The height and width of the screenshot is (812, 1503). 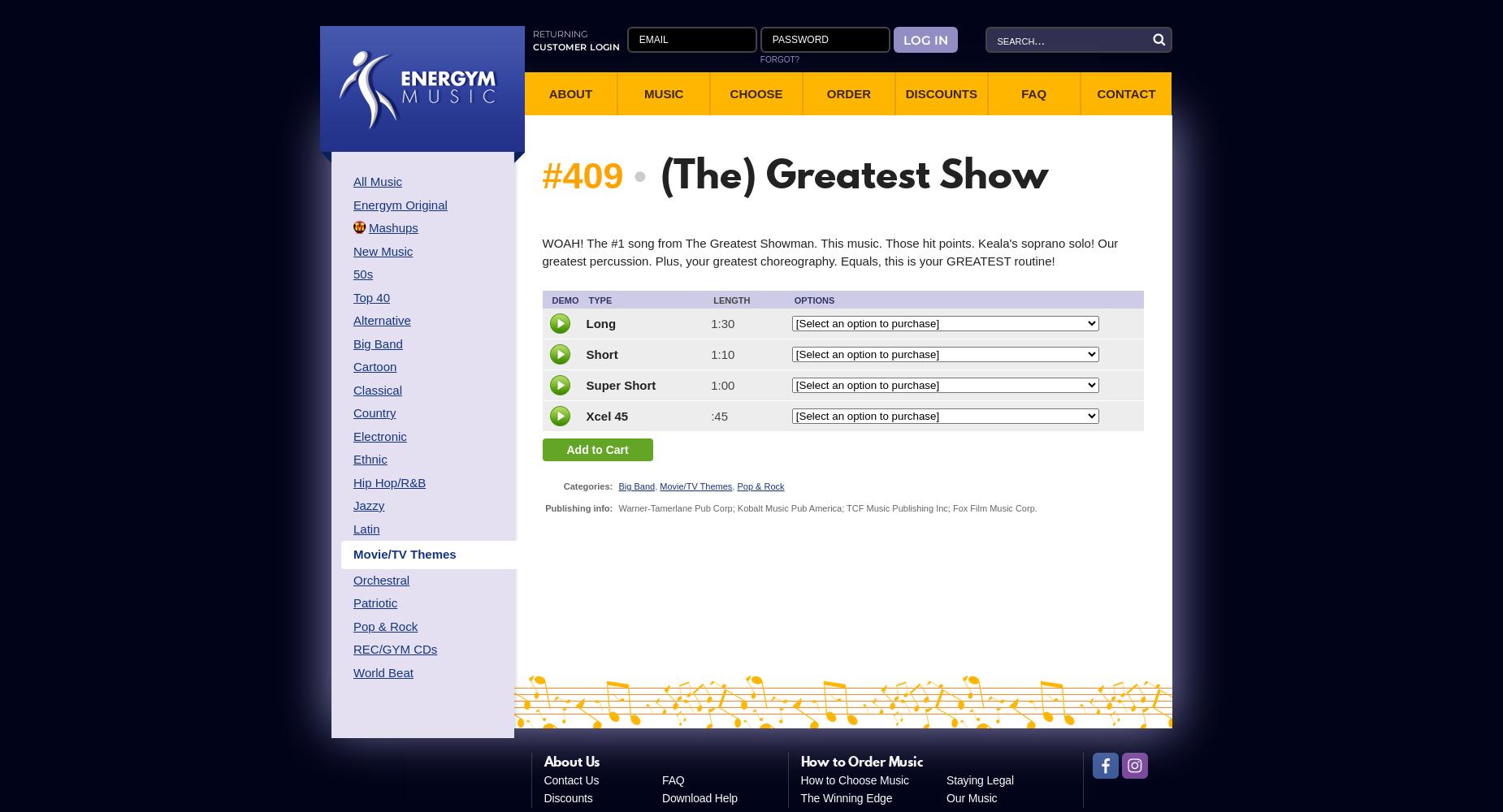 What do you see at coordinates (400, 204) in the screenshot?
I see `'Energym Original'` at bounding box center [400, 204].